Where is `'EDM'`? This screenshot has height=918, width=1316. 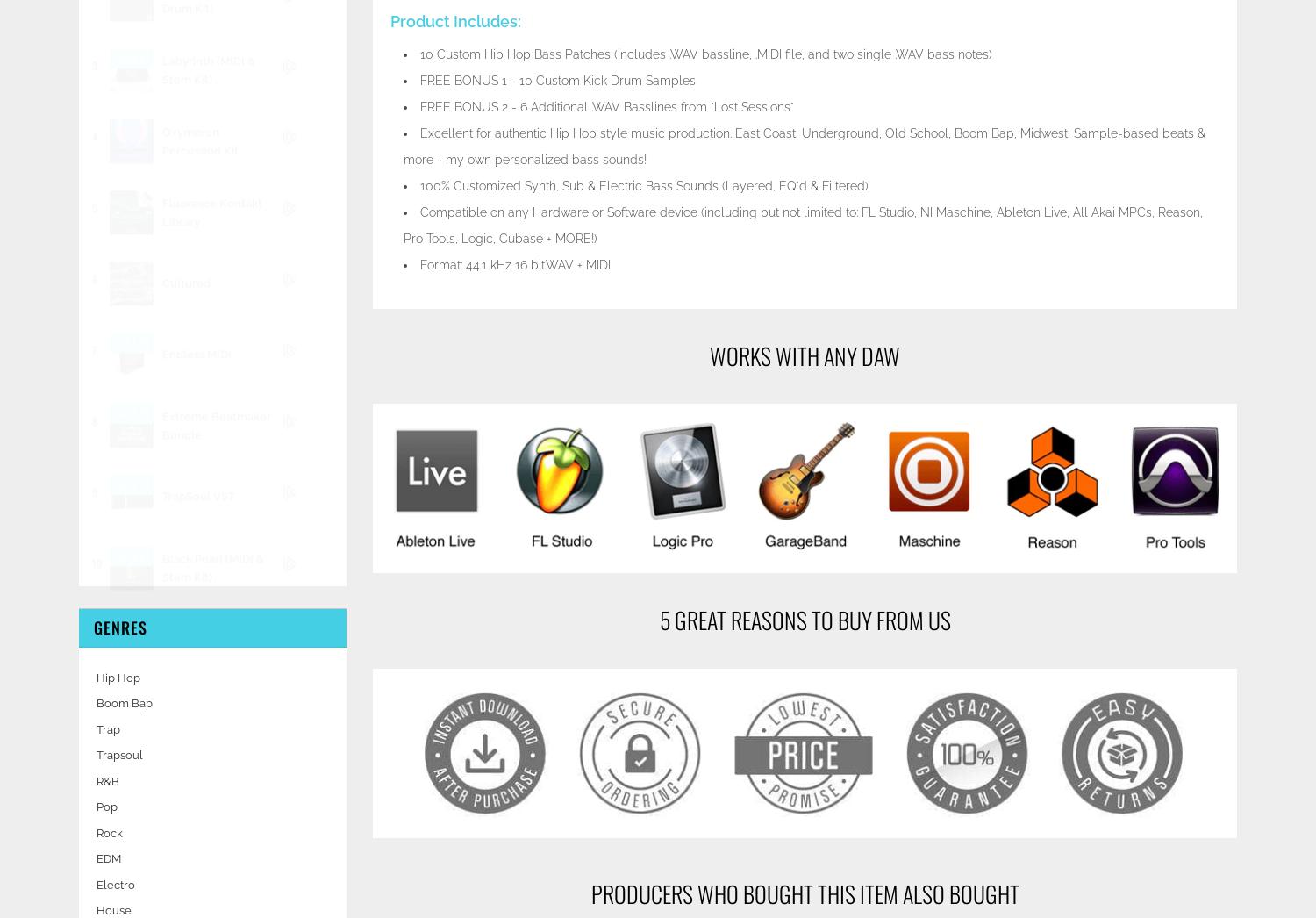
'EDM' is located at coordinates (95, 857).